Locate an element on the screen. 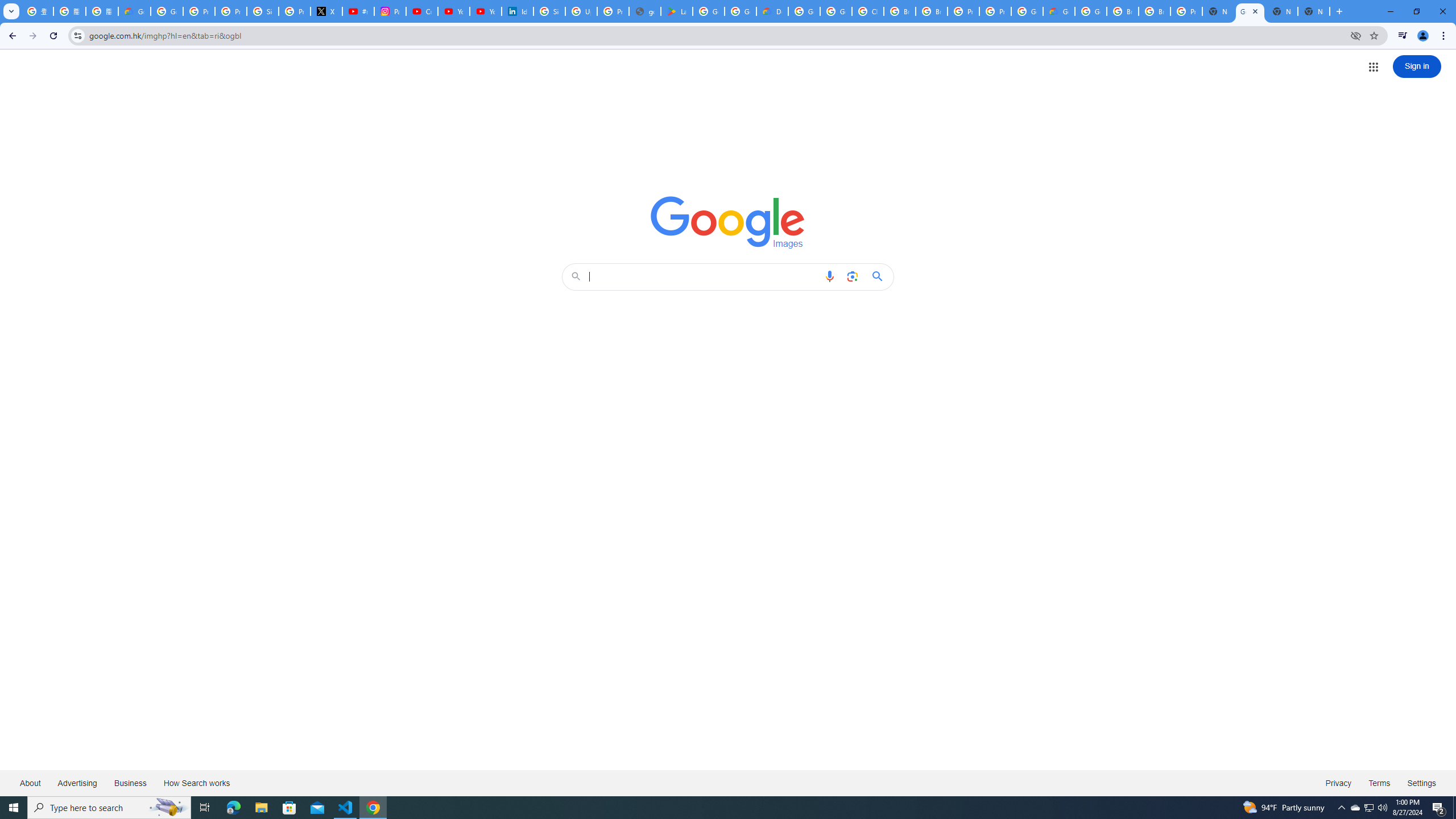  'Google Images' is located at coordinates (728, 222).